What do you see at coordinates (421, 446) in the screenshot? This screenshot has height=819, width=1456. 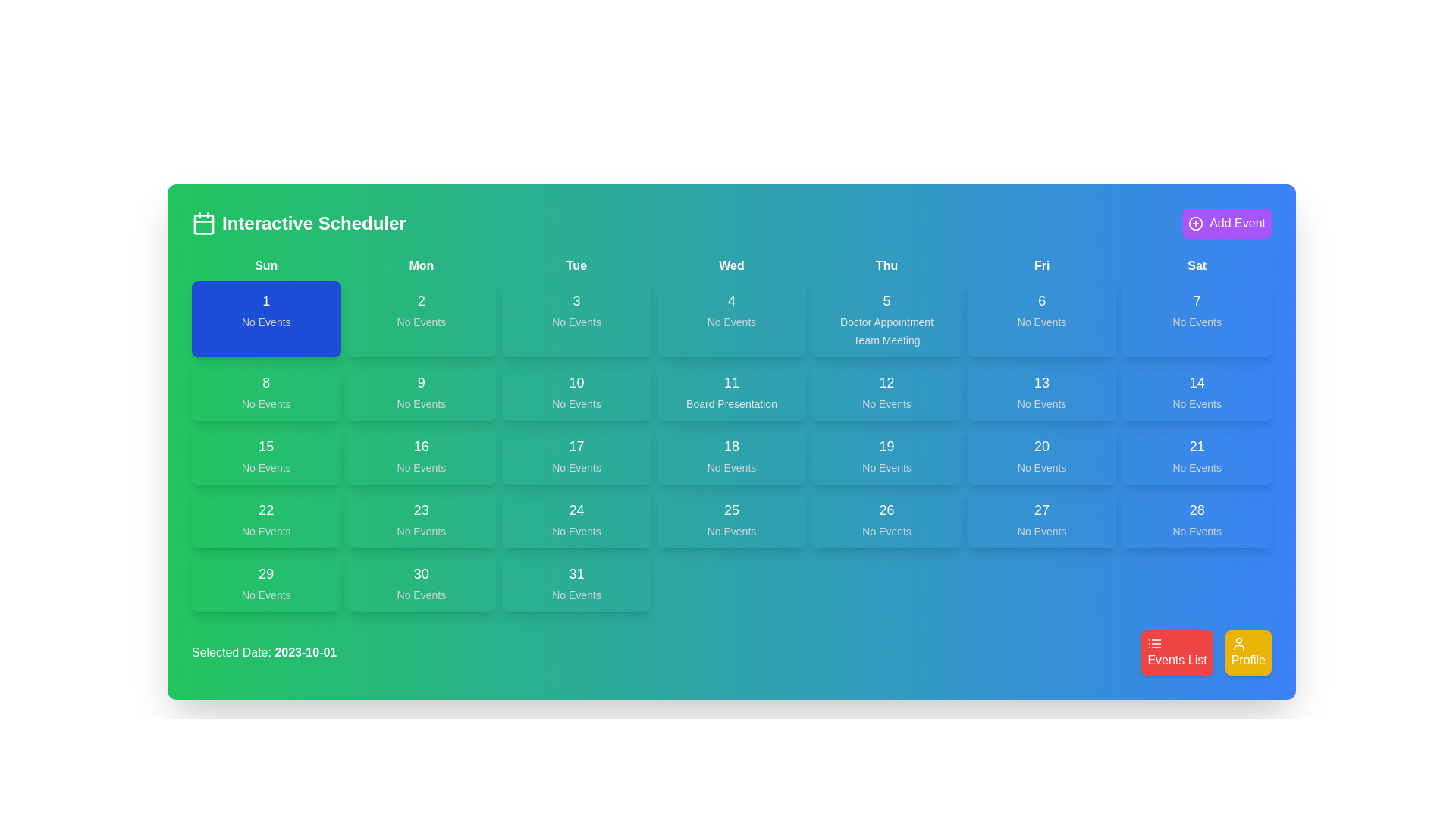 I see `the text label displaying the day number '16' in the calendar interface located in the third row and second column of the interactive scheduler` at bounding box center [421, 446].